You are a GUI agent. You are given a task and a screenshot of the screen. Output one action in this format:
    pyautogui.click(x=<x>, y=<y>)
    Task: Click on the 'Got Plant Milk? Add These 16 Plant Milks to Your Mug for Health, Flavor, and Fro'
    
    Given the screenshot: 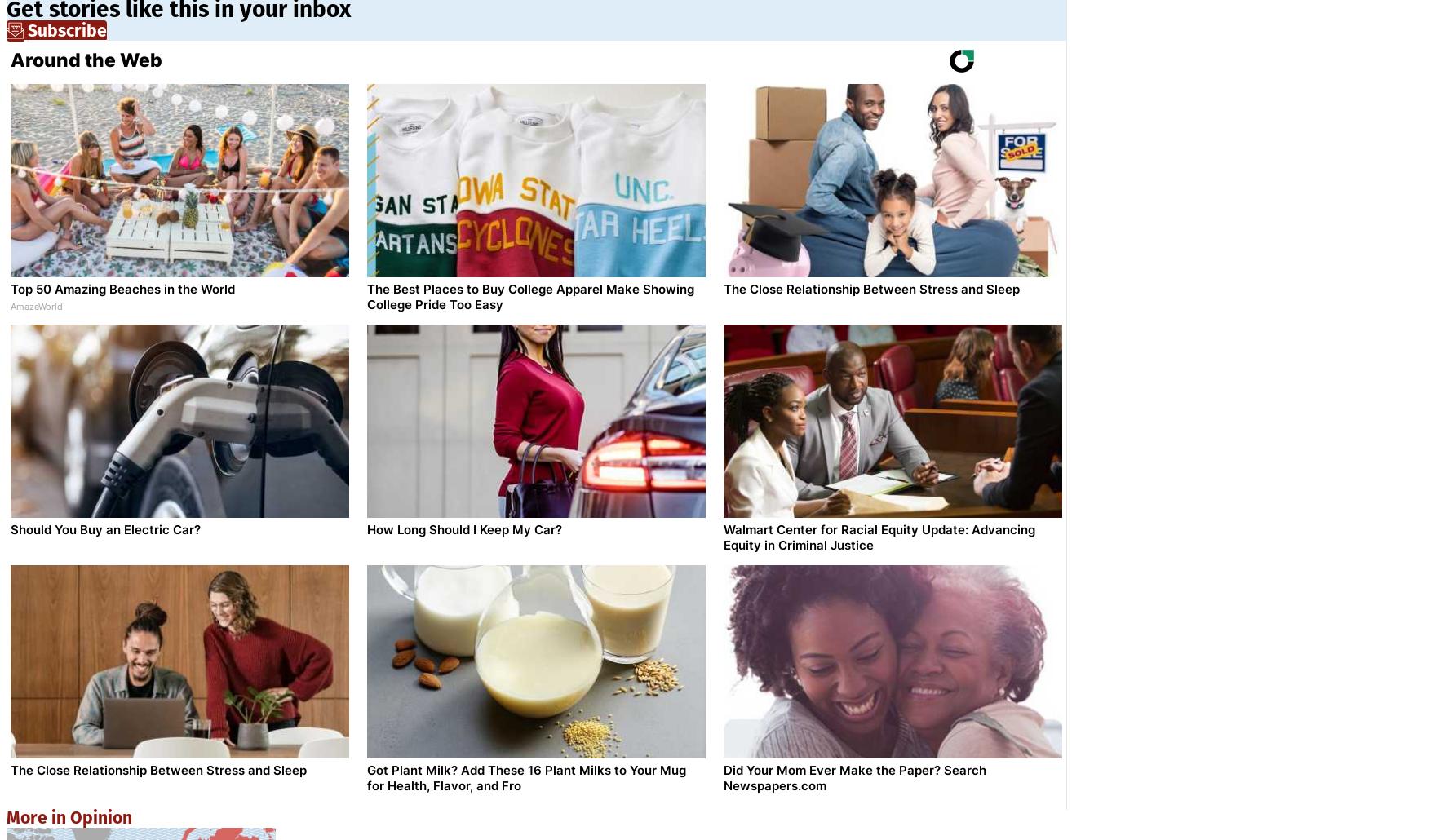 What is the action you would take?
    pyautogui.click(x=525, y=776)
    